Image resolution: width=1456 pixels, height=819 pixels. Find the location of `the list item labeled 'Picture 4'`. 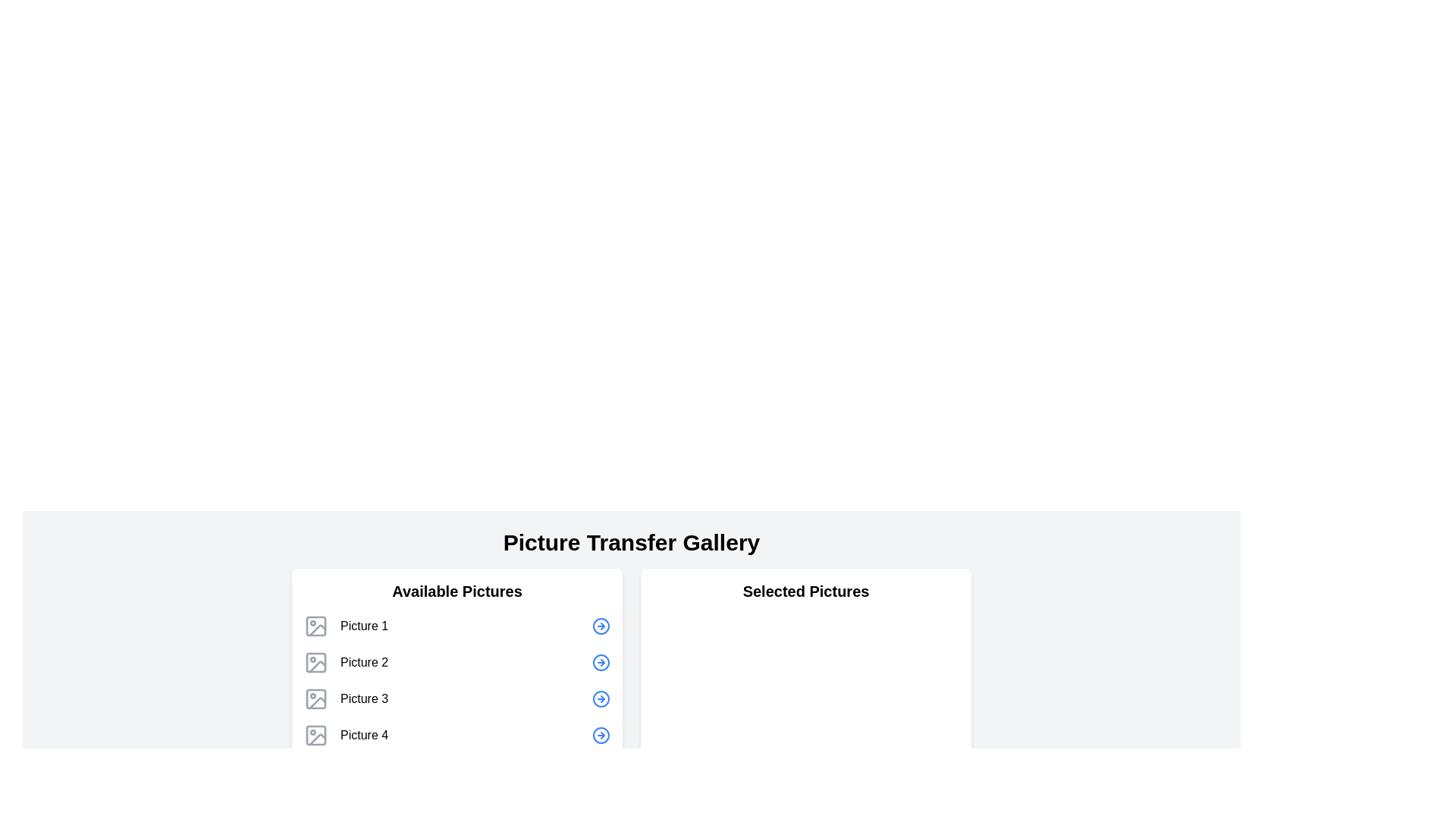

the list item labeled 'Picture 4' is located at coordinates (345, 734).